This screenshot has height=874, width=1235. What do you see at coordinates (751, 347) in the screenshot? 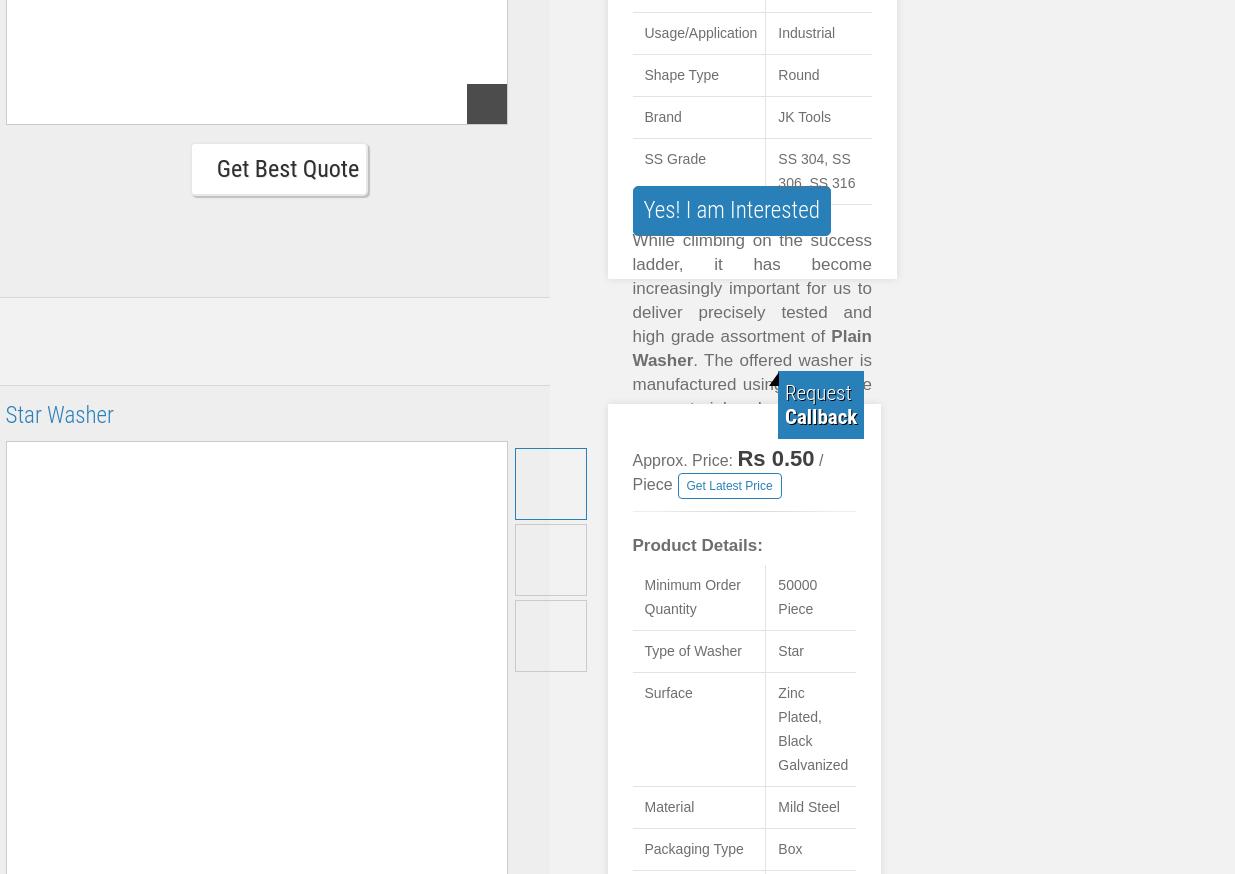
I see `'Plain Washer'` at bounding box center [751, 347].